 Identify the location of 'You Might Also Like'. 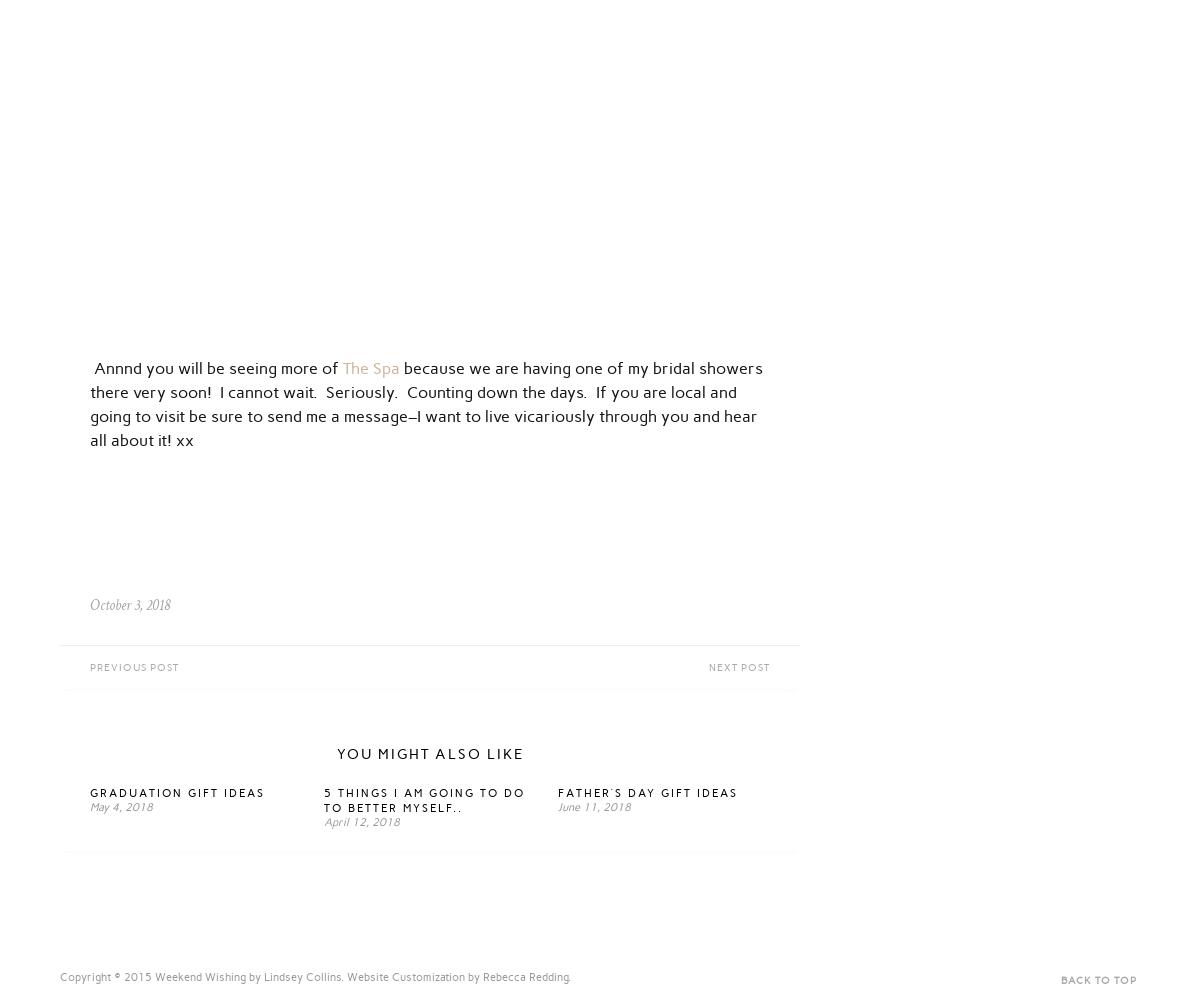
(429, 753).